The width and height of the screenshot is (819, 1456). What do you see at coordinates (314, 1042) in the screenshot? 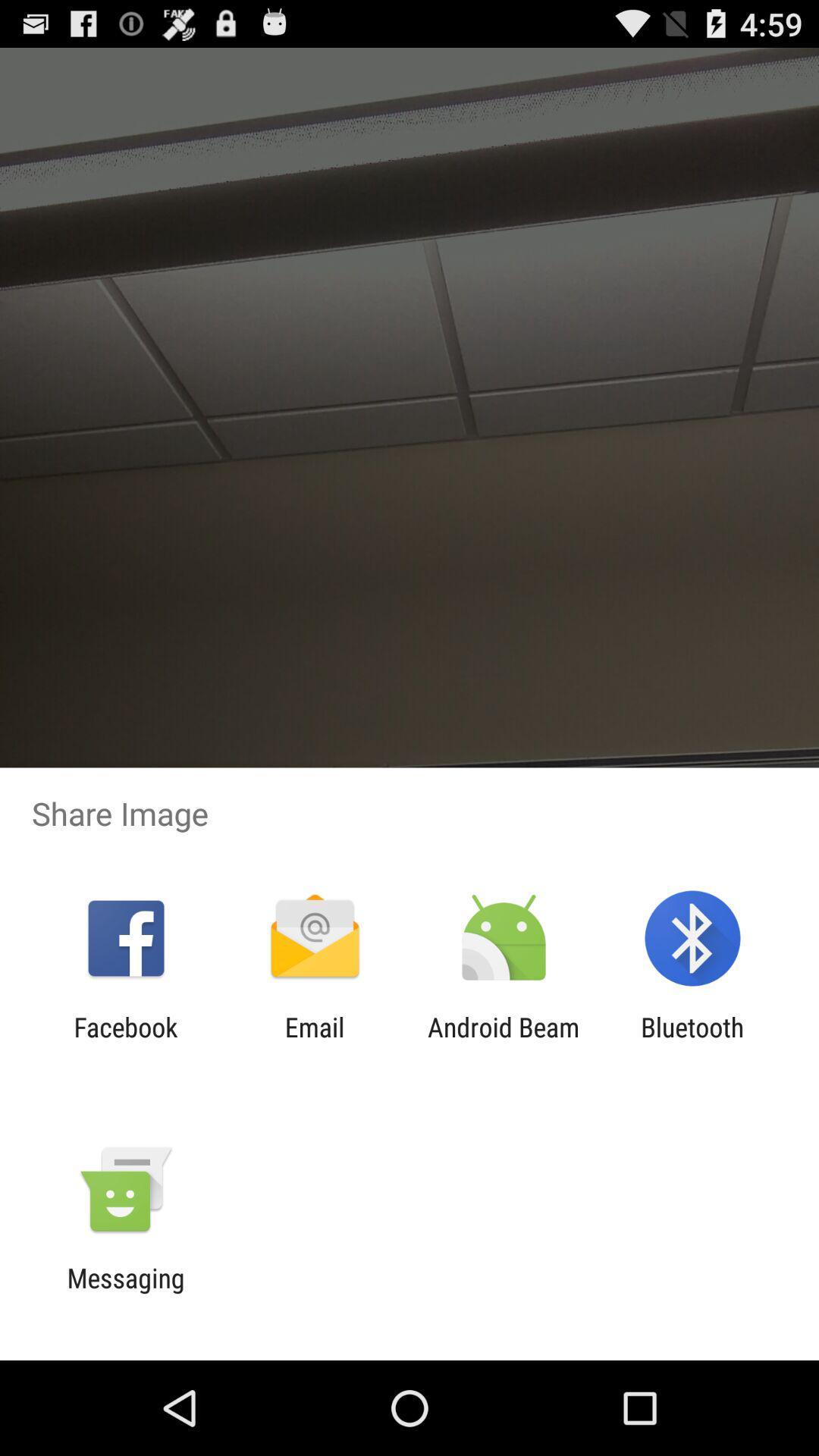
I see `the email icon` at bounding box center [314, 1042].